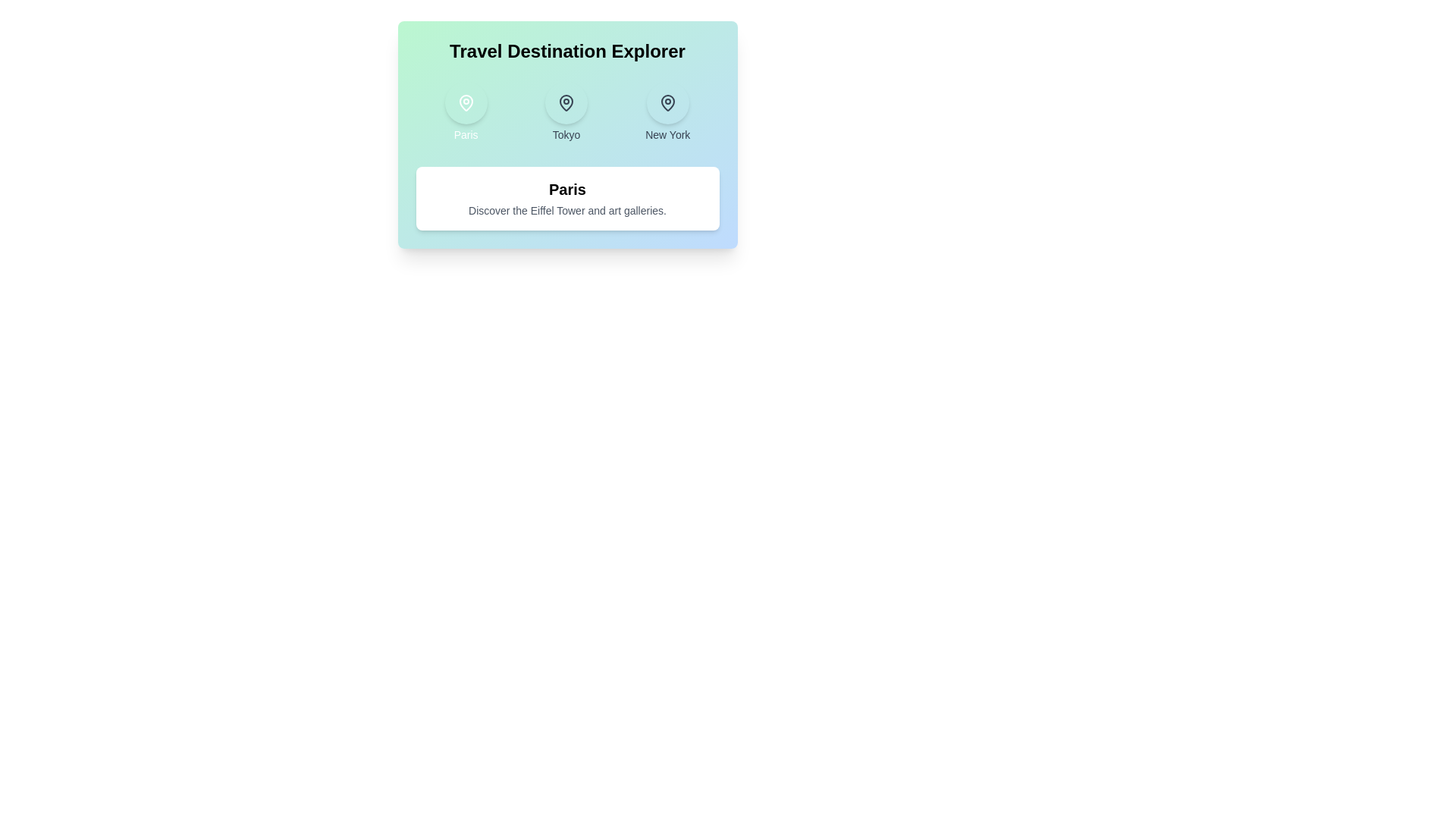 This screenshot has width=1456, height=819. What do you see at coordinates (566, 51) in the screenshot?
I see `the static text heading 'Travel Destination Explorer'` at bounding box center [566, 51].